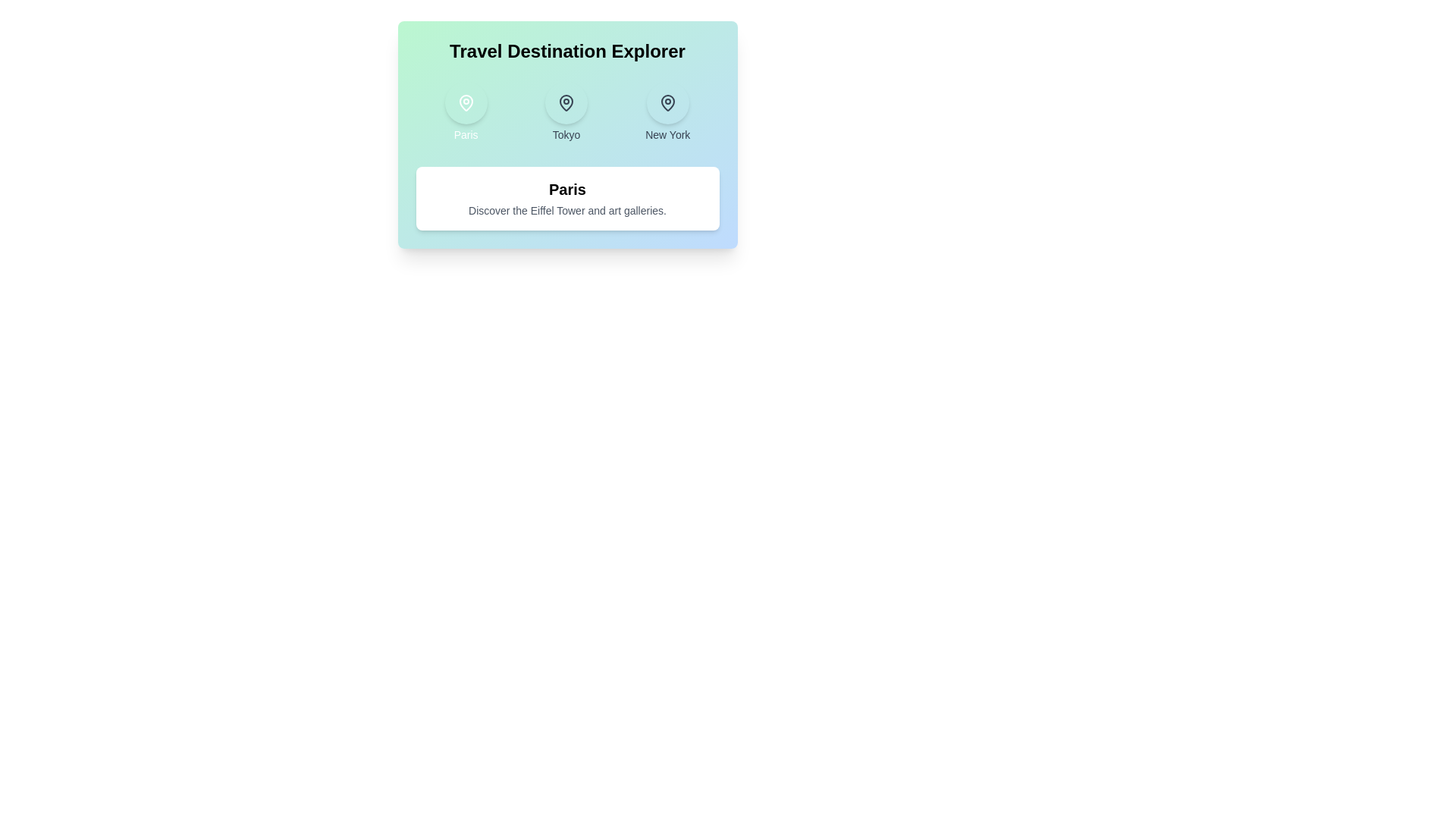 This screenshot has width=1456, height=819. What do you see at coordinates (566, 51) in the screenshot?
I see `the static text heading 'Travel Destination Explorer'` at bounding box center [566, 51].